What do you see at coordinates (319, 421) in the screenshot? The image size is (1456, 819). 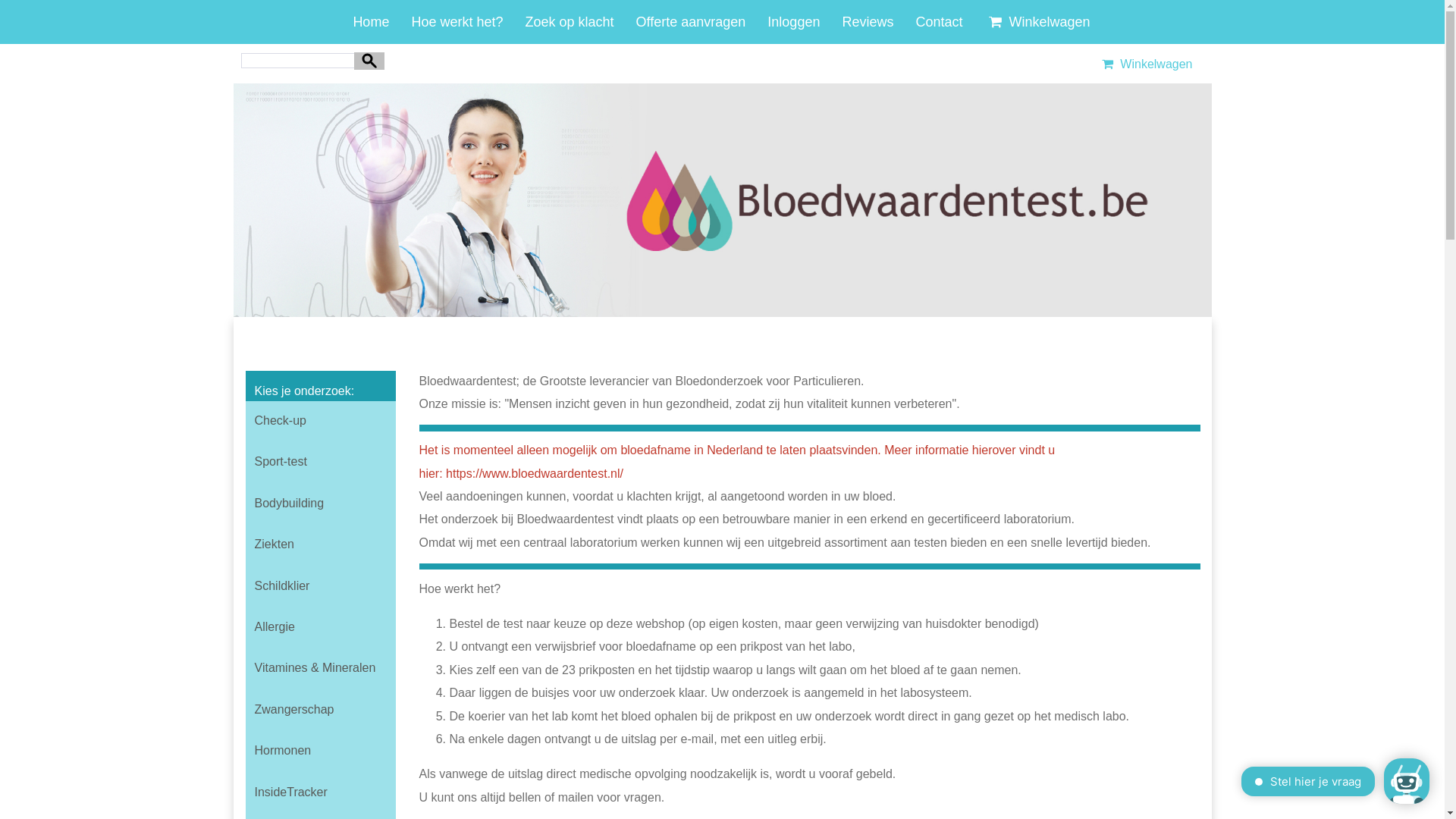 I see `'Check-up'` at bounding box center [319, 421].